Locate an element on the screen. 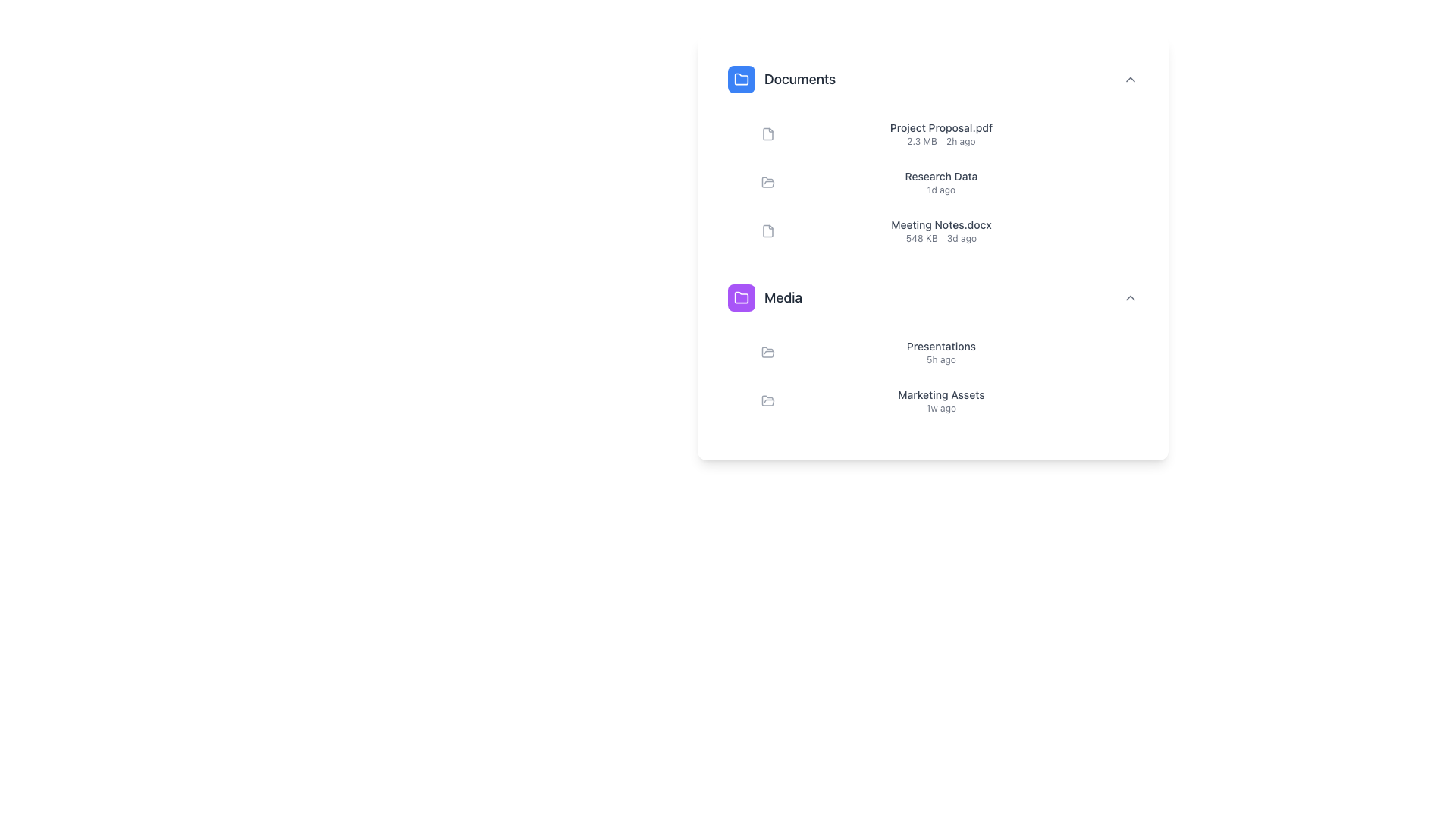 This screenshot has height=819, width=1456. the Ellipsis menu (three dots) located to the far-right end of the 'Research Data' row, adjacent to the '1d ago' timestamp is located at coordinates (1120, 181).